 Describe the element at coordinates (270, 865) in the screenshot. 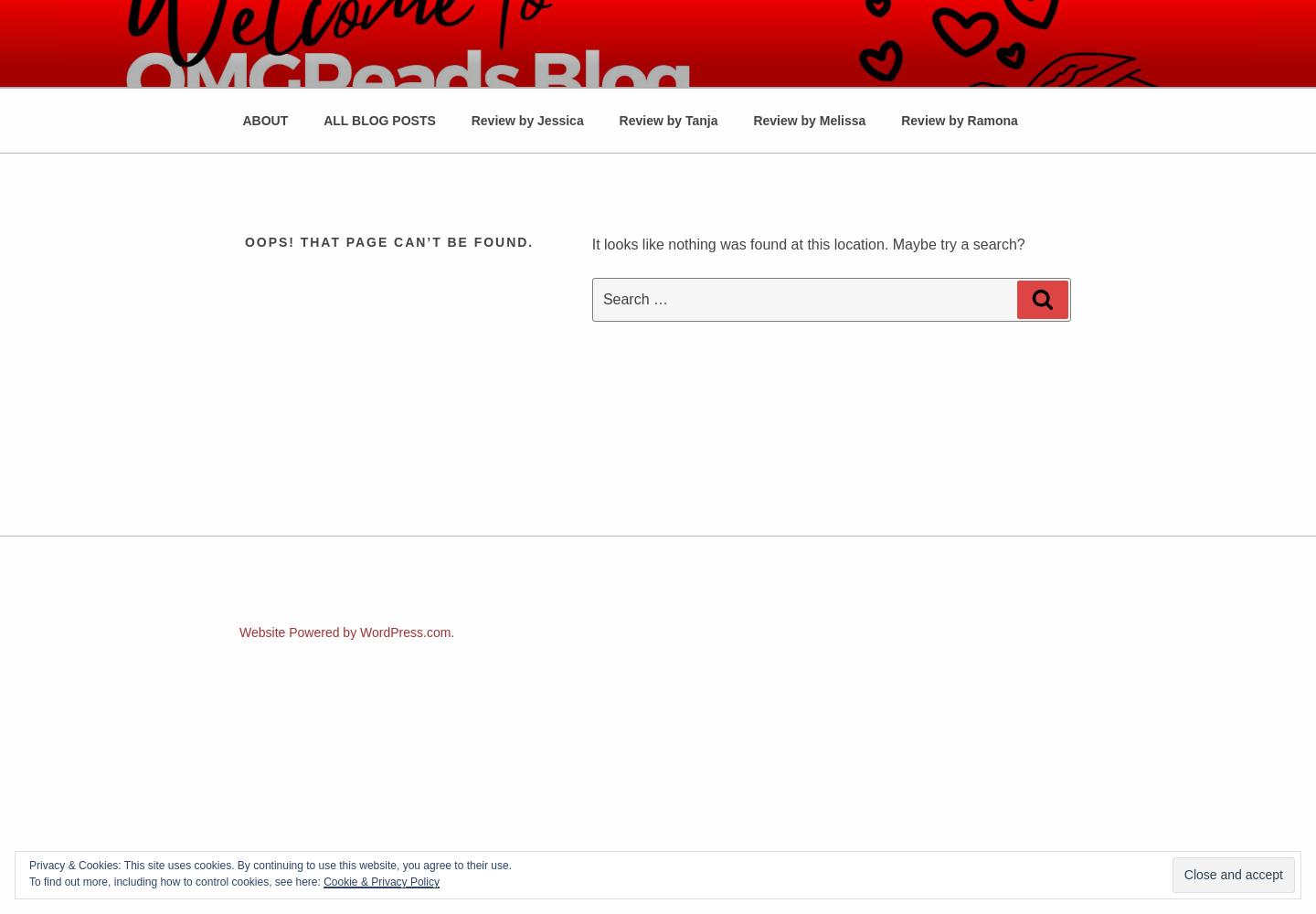

I see `'Privacy & Cookies: This site uses cookies. By continuing to use this website, you agree to their use.'` at that location.